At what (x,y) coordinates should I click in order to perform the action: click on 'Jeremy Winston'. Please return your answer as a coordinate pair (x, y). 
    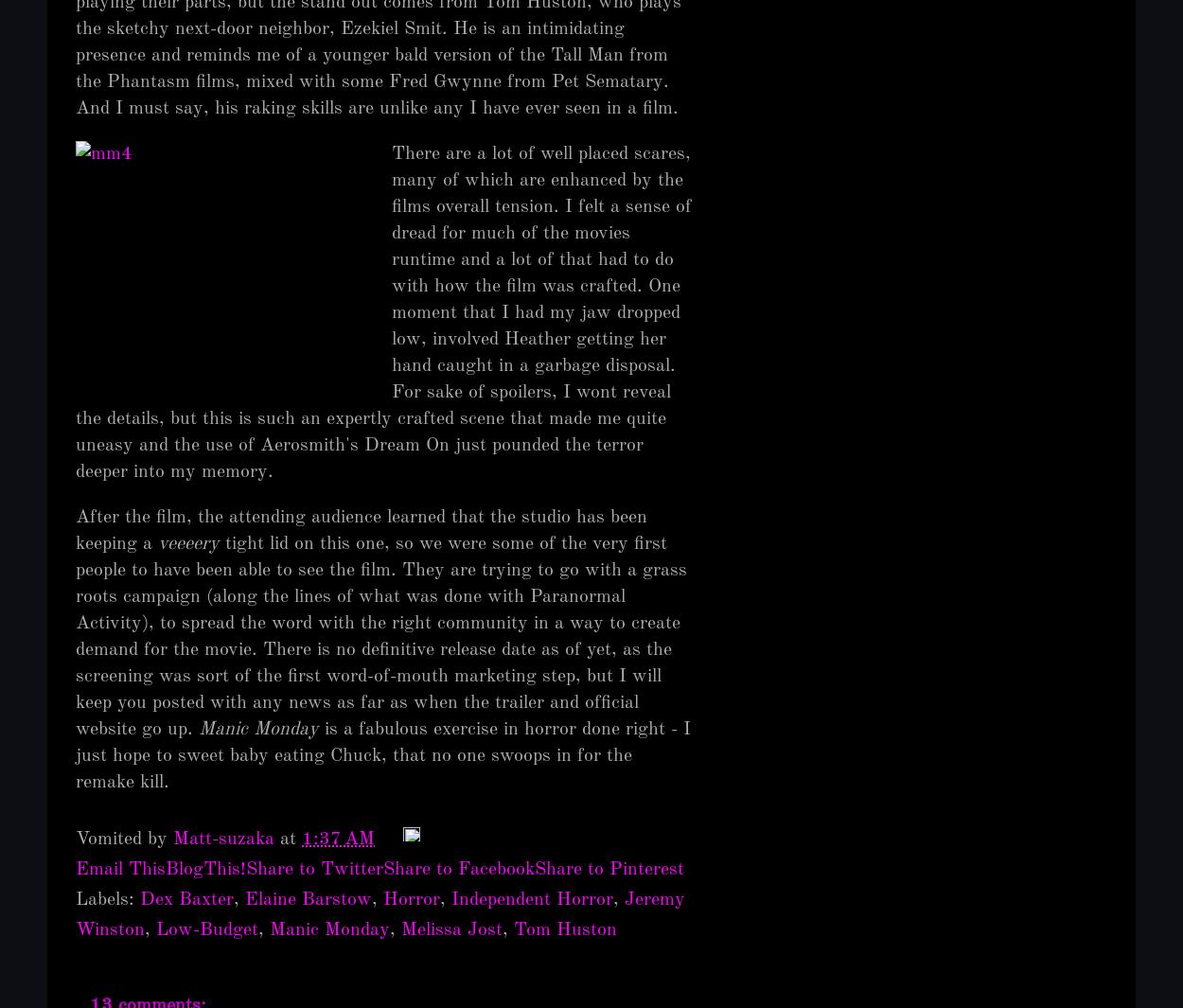
    Looking at the image, I should click on (380, 915).